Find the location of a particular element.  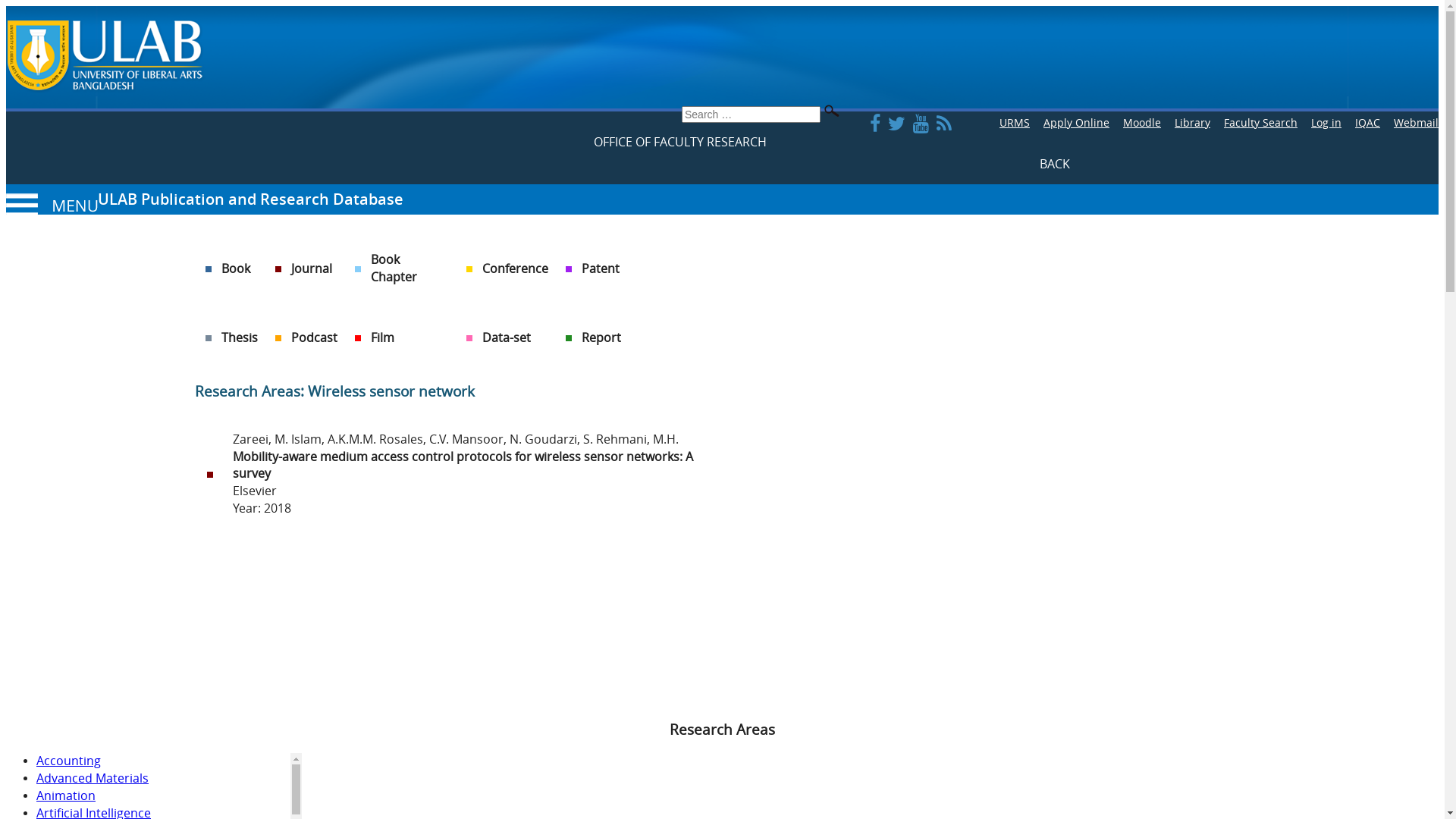

'OFFICE OF FACULTY RESEARCH' is located at coordinates (679, 142).